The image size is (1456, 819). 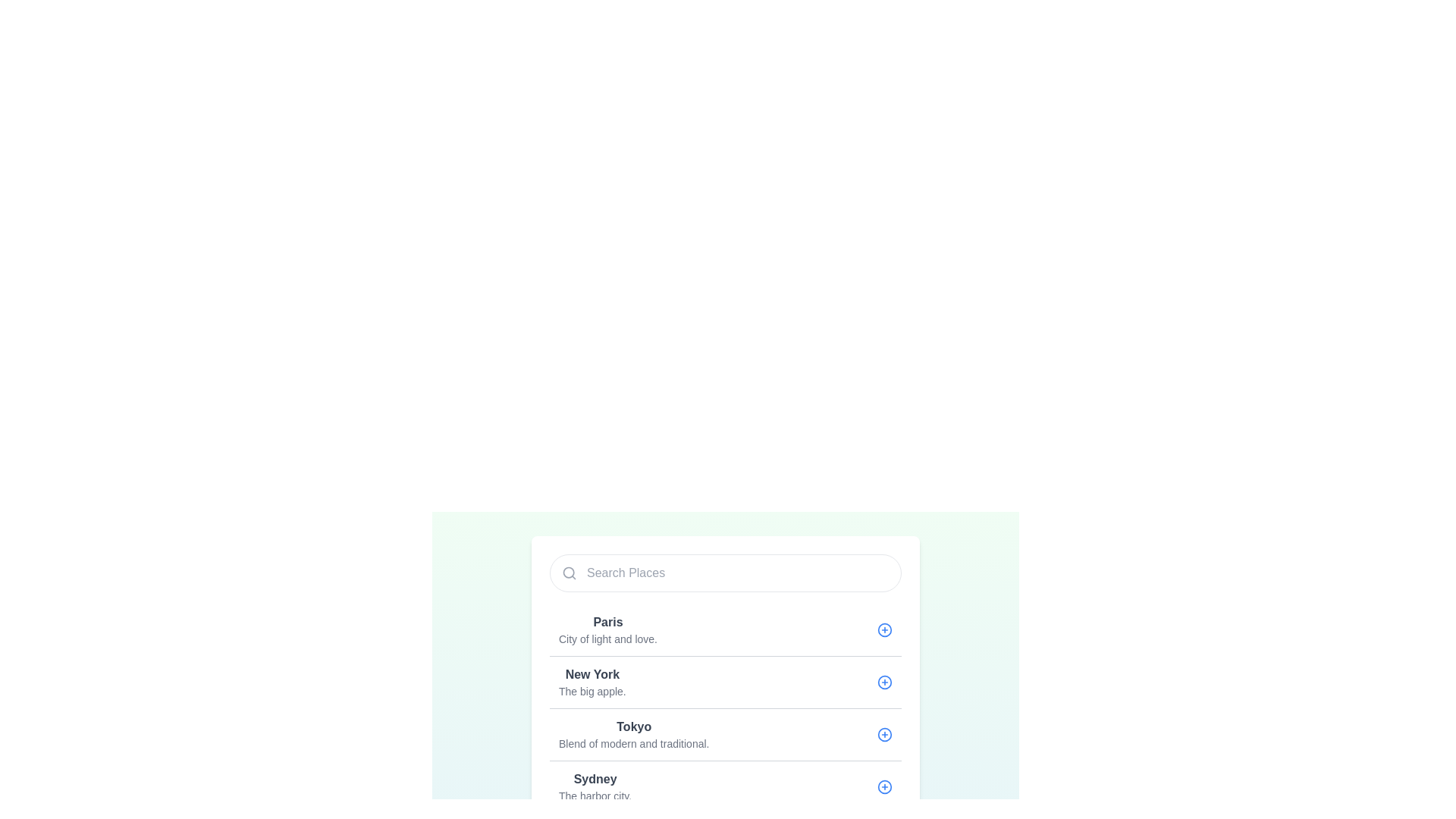 What do you see at coordinates (591, 681) in the screenshot?
I see `the Text block that displays 'New York' in bold, which is located in the second row of places, below 'Paris' and above 'Tokyo'` at bounding box center [591, 681].